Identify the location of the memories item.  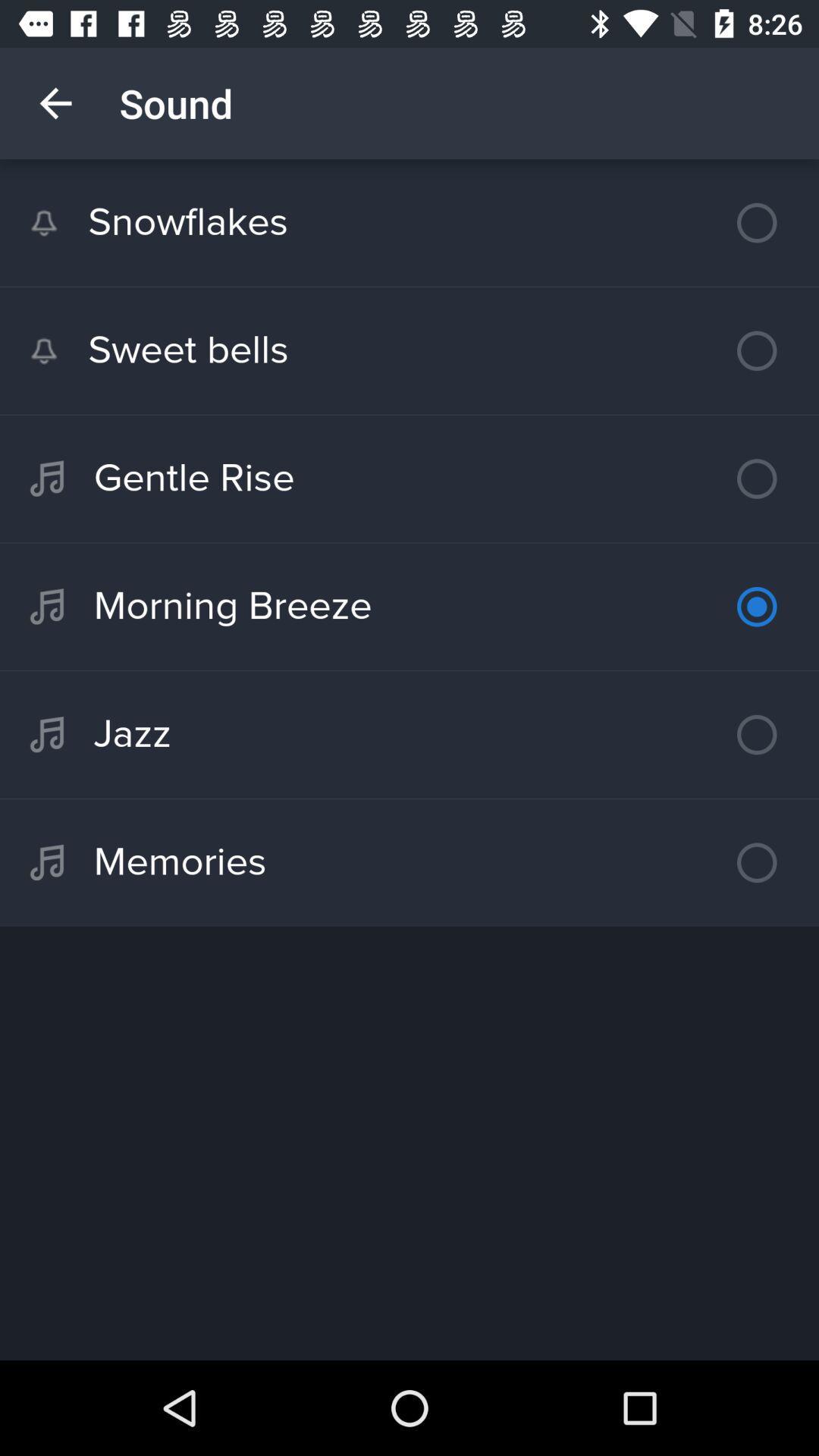
(409, 862).